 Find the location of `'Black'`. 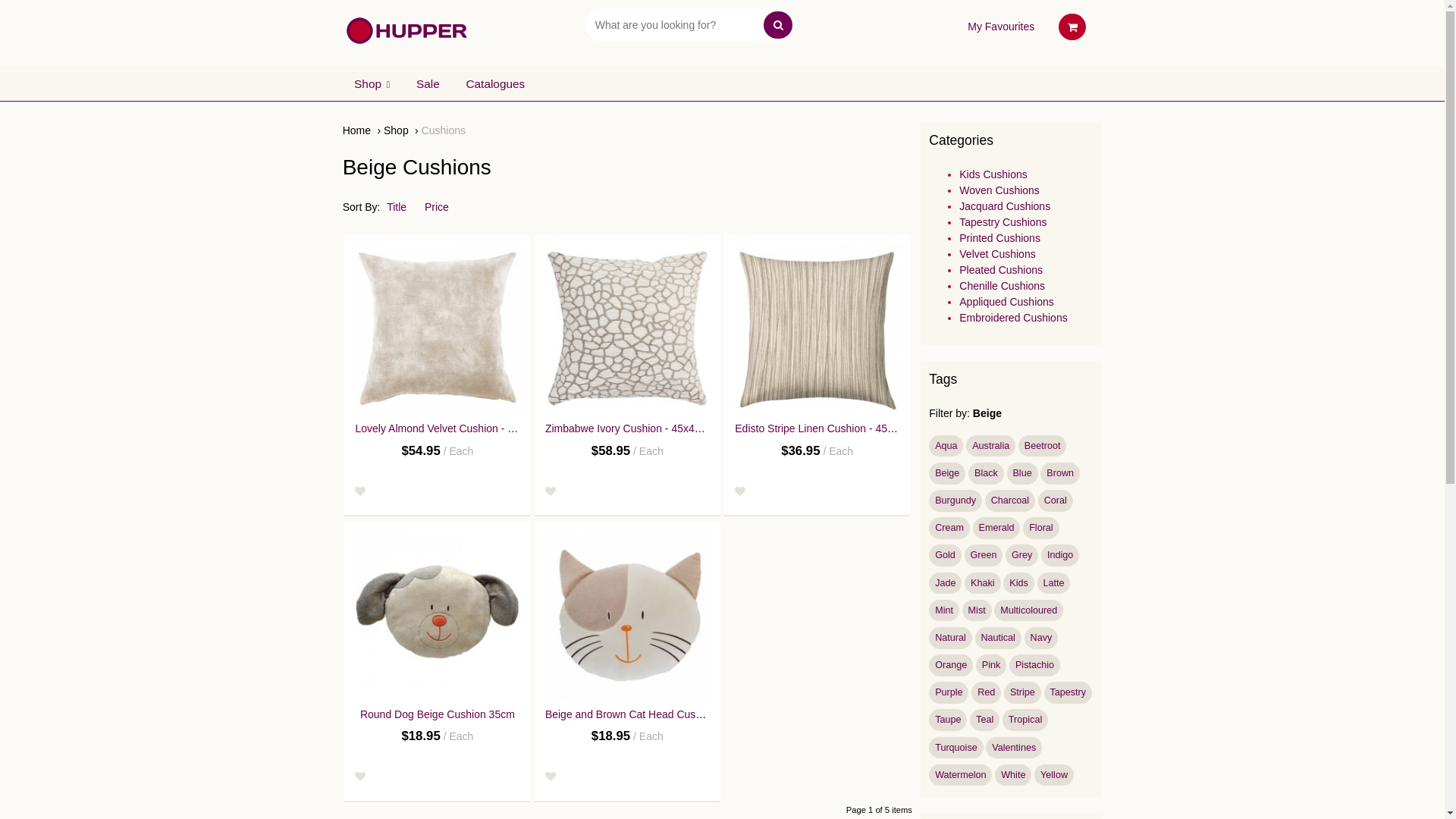

'Black' is located at coordinates (967, 472).